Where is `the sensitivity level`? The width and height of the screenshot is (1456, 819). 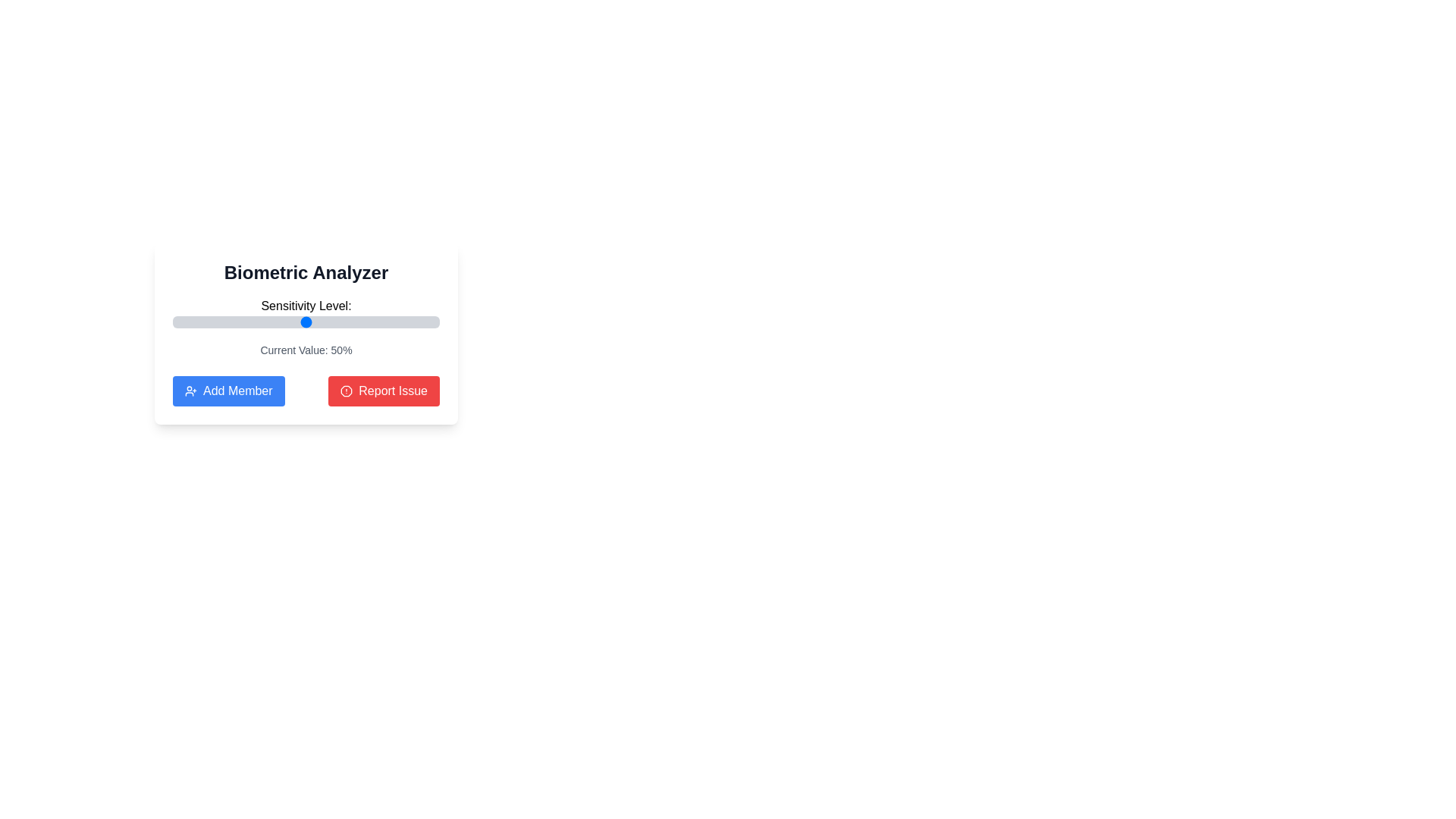 the sensitivity level is located at coordinates (311, 321).